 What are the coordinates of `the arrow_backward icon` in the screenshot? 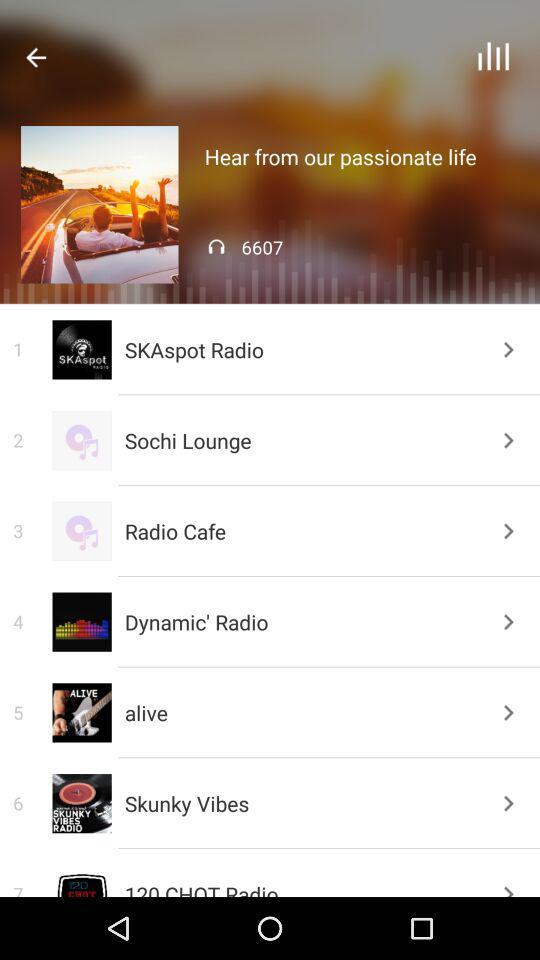 It's located at (36, 56).